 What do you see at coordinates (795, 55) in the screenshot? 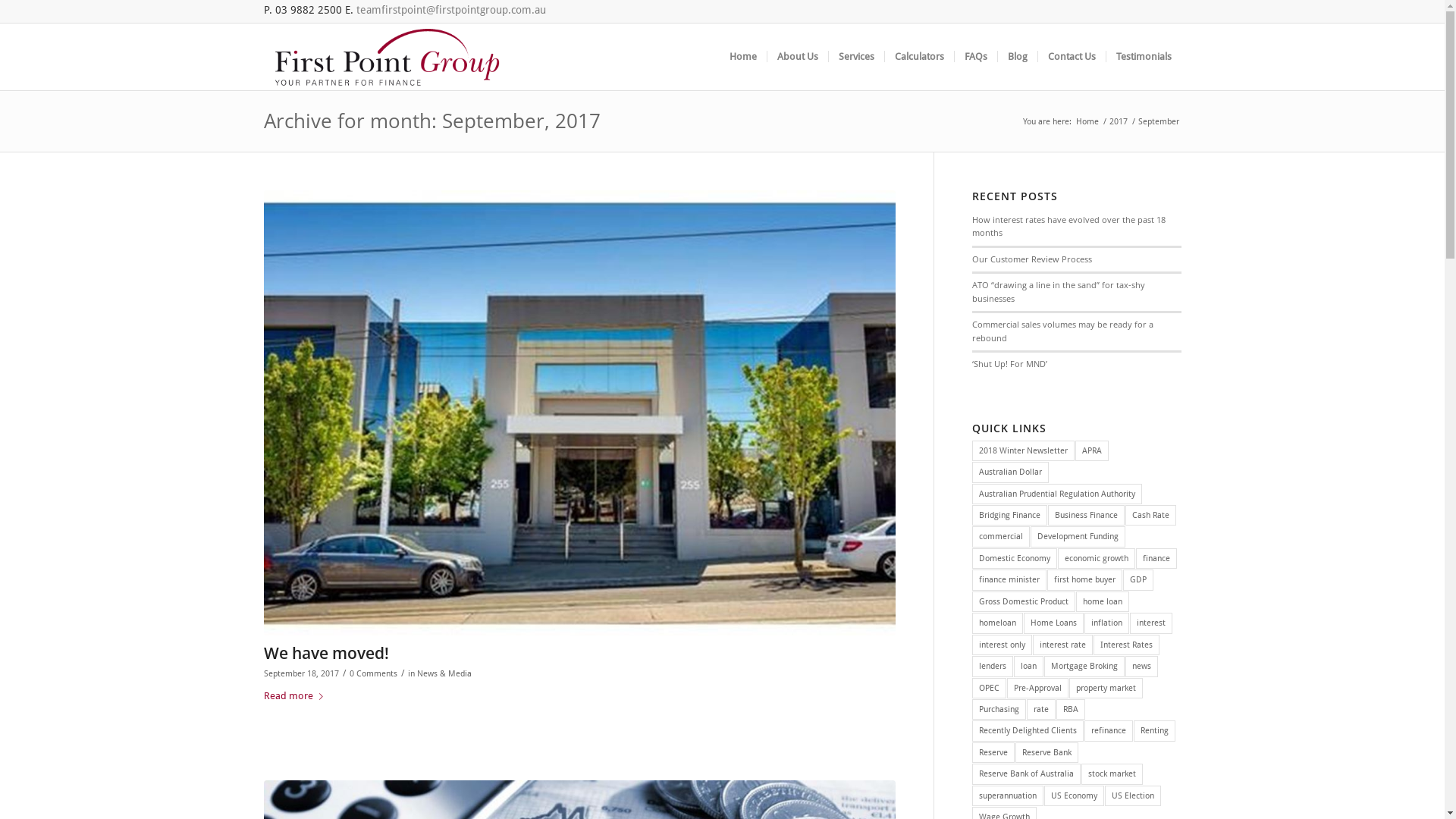
I see `'About Us'` at bounding box center [795, 55].